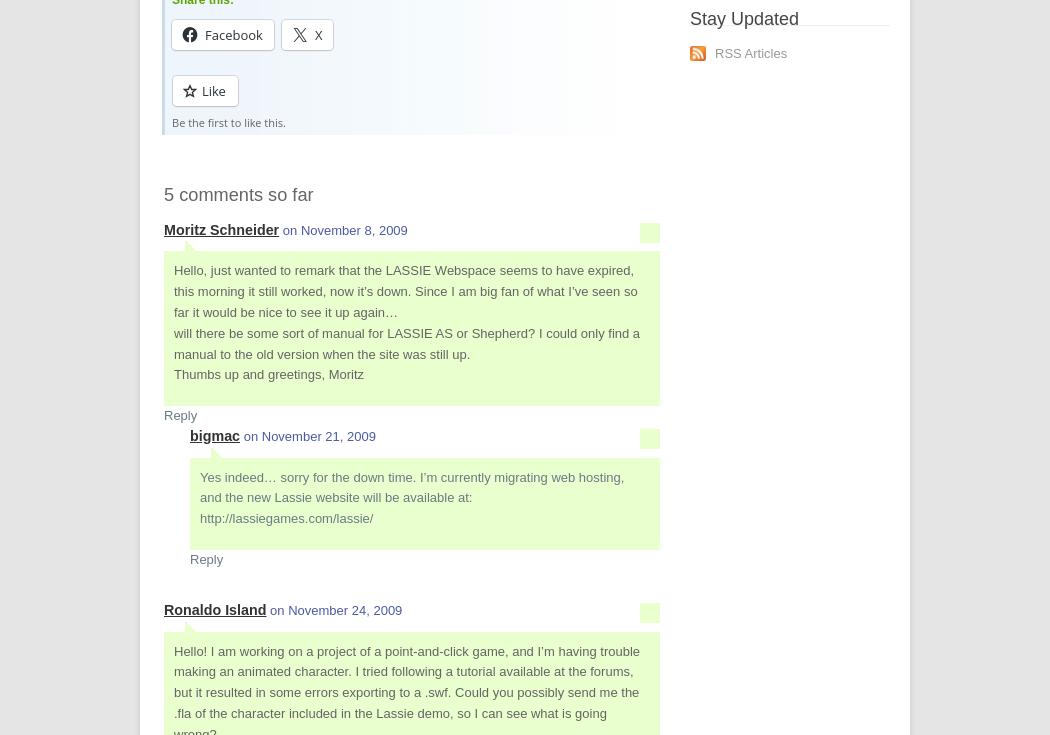  What do you see at coordinates (406, 342) in the screenshot?
I see `'will there be some sort of manual for LASSIE AS or Shepherd? I could only find a manual to the old version when the site was still up.'` at bounding box center [406, 342].